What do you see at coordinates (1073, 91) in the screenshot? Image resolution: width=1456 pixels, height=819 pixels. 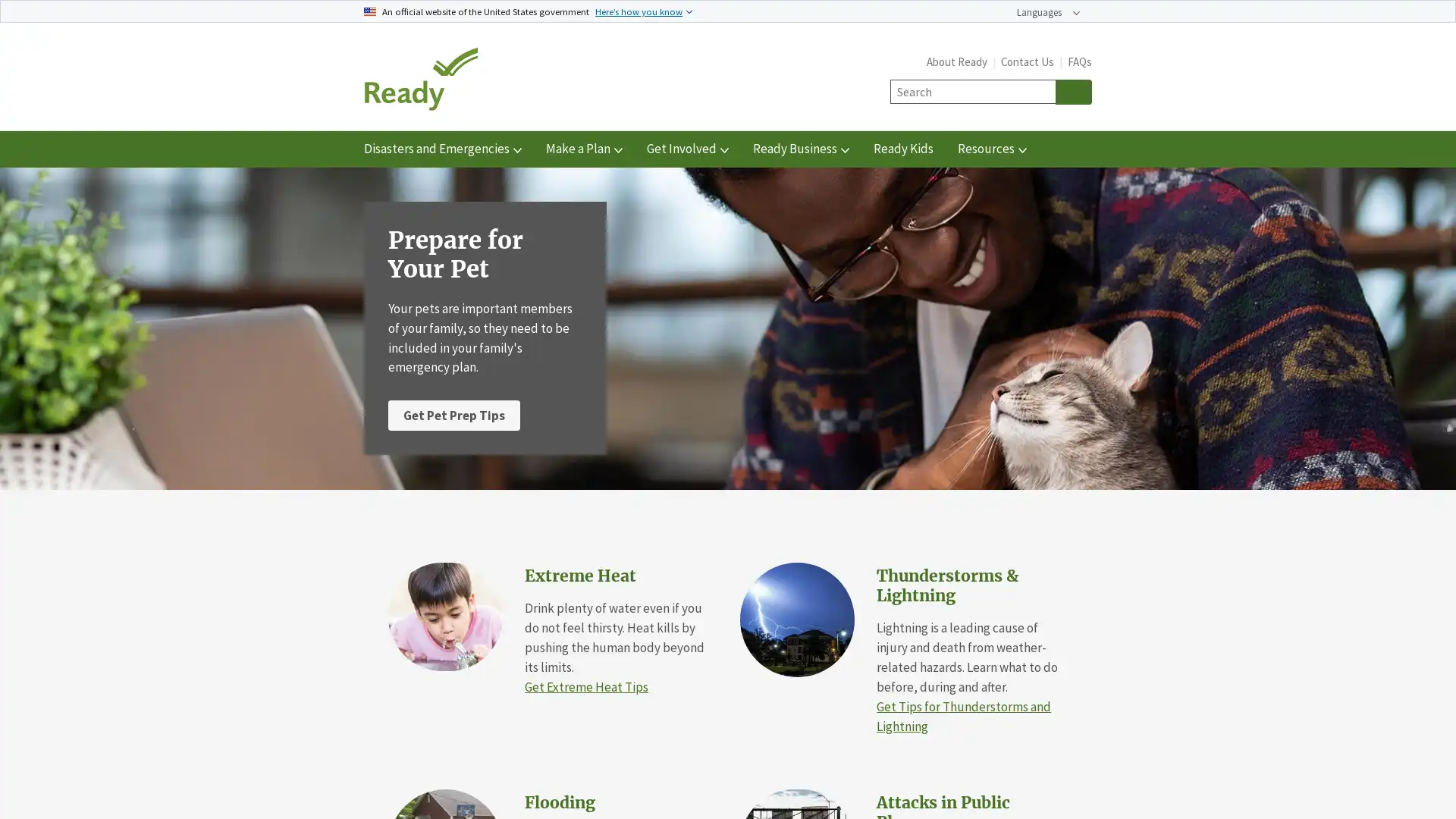 I see `Search` at bounding box center [1073, 91].